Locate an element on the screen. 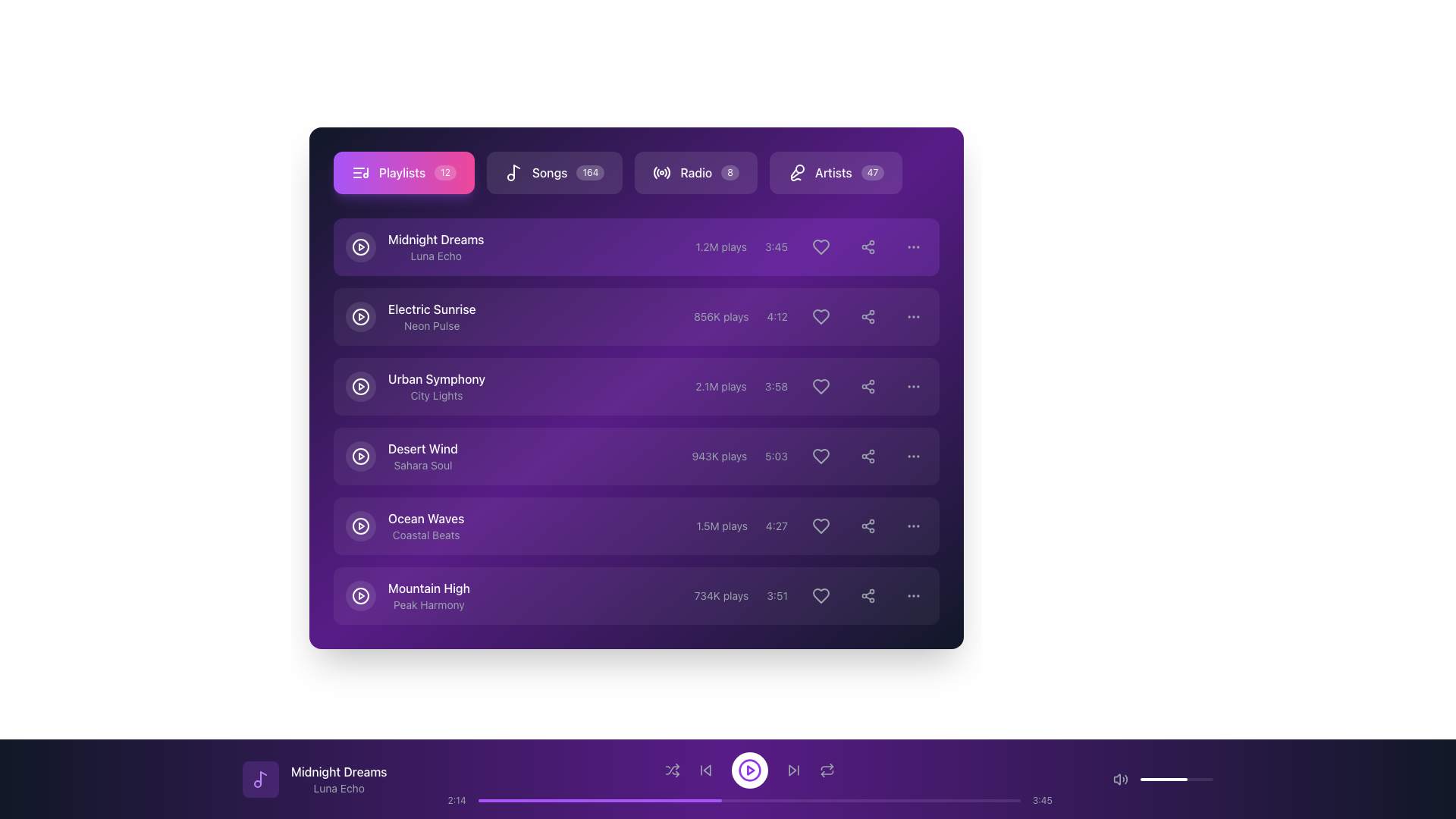 The image size is (1456, 819). progress is located at coordinates (608, 800).